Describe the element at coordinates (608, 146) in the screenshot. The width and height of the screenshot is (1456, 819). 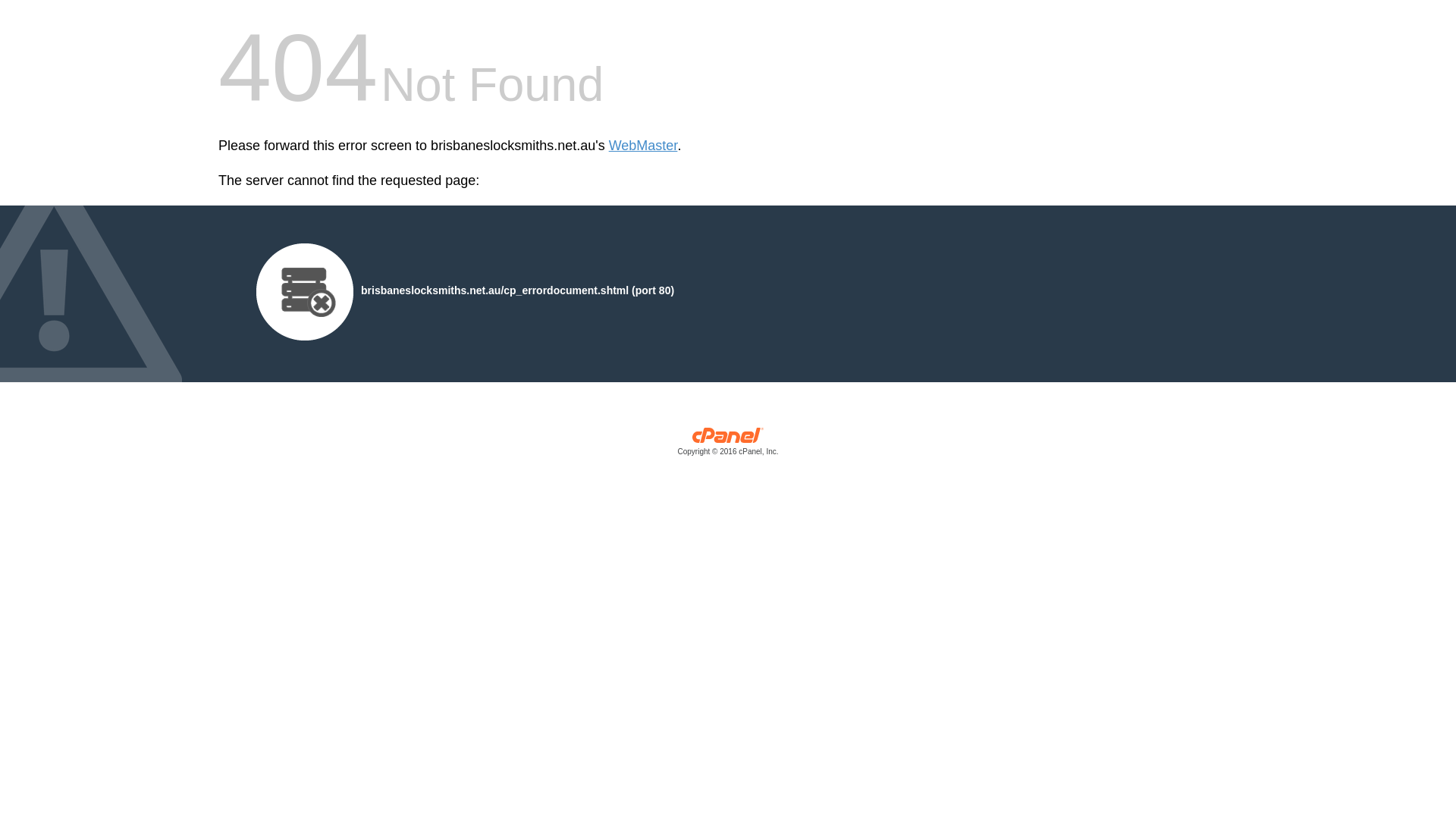
I see `'WebMaster'` at that location.